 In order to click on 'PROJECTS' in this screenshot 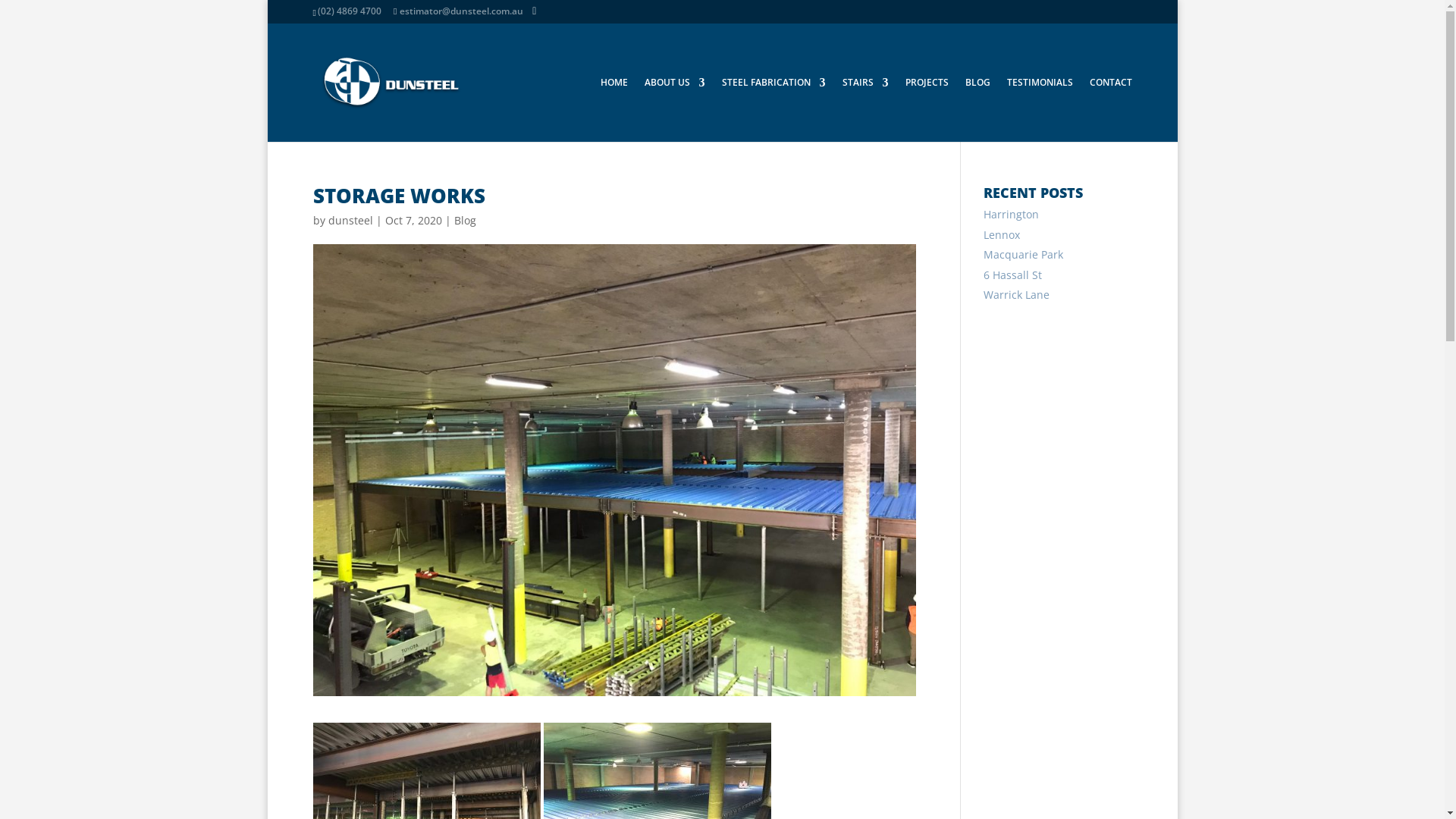, I will do `click(926, 108)`.